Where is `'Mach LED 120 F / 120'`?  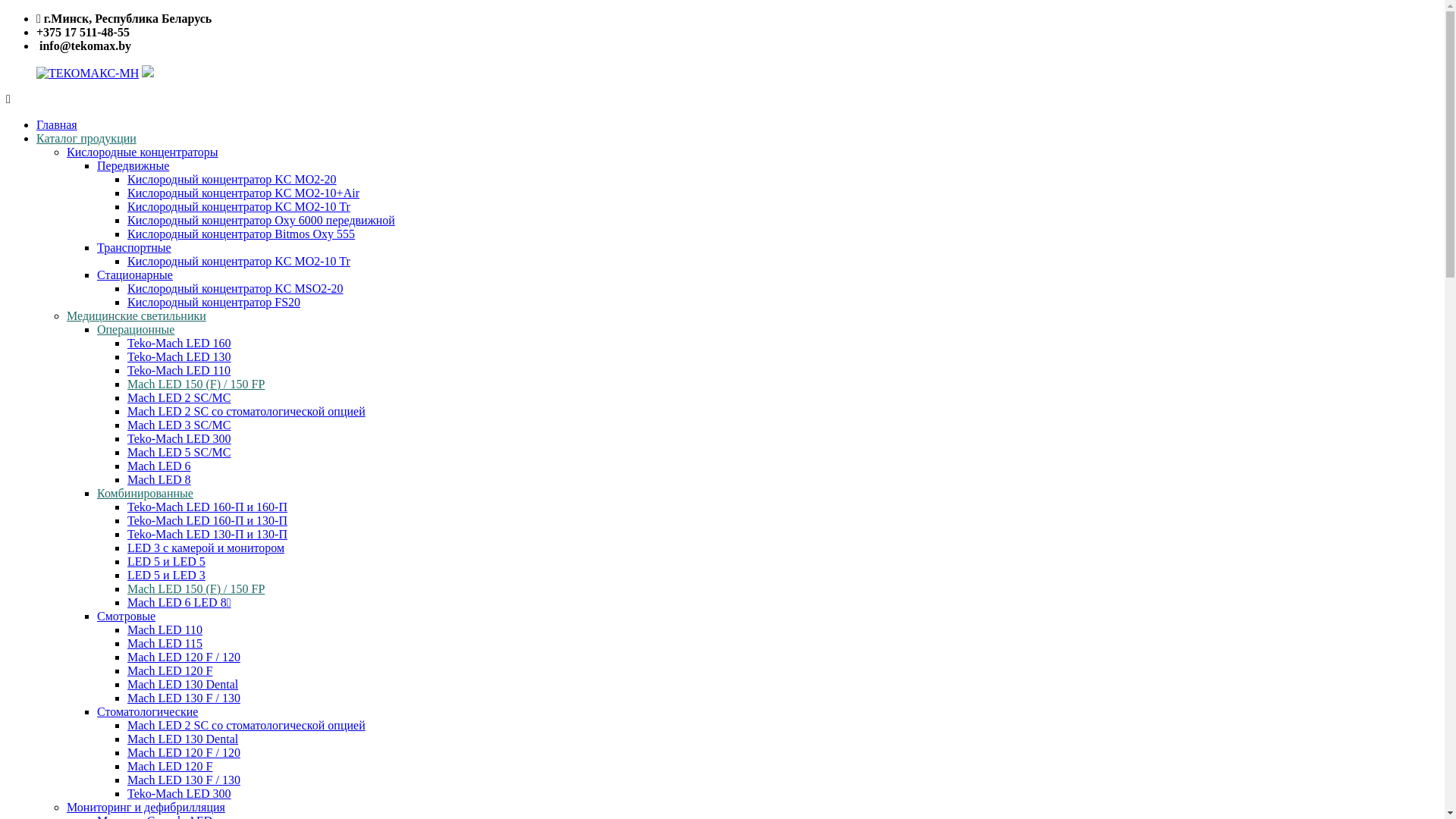 'Mach LED 120 F / 120' is located at coordinates (183, 752).